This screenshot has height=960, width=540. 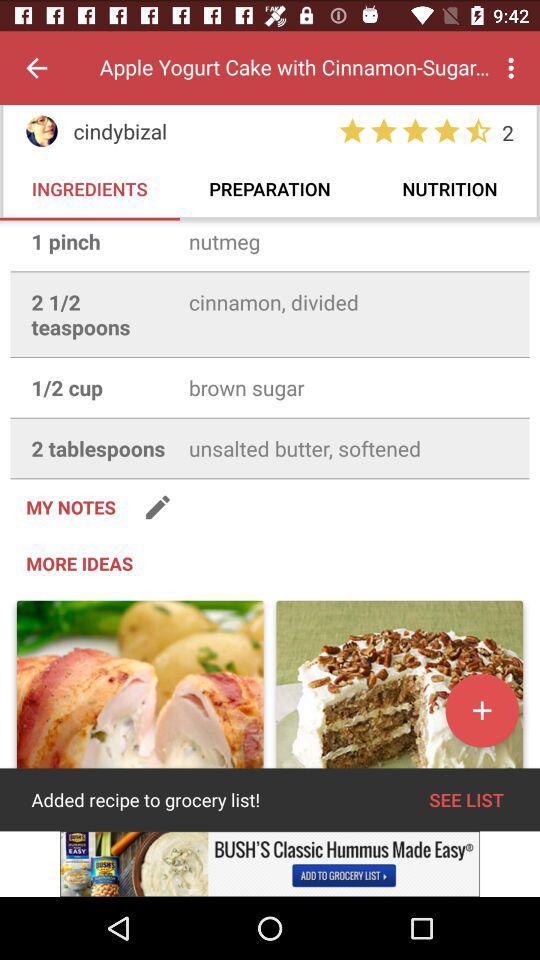 I want to click on added recipe to grocery list button, so click(x=139, y=706).